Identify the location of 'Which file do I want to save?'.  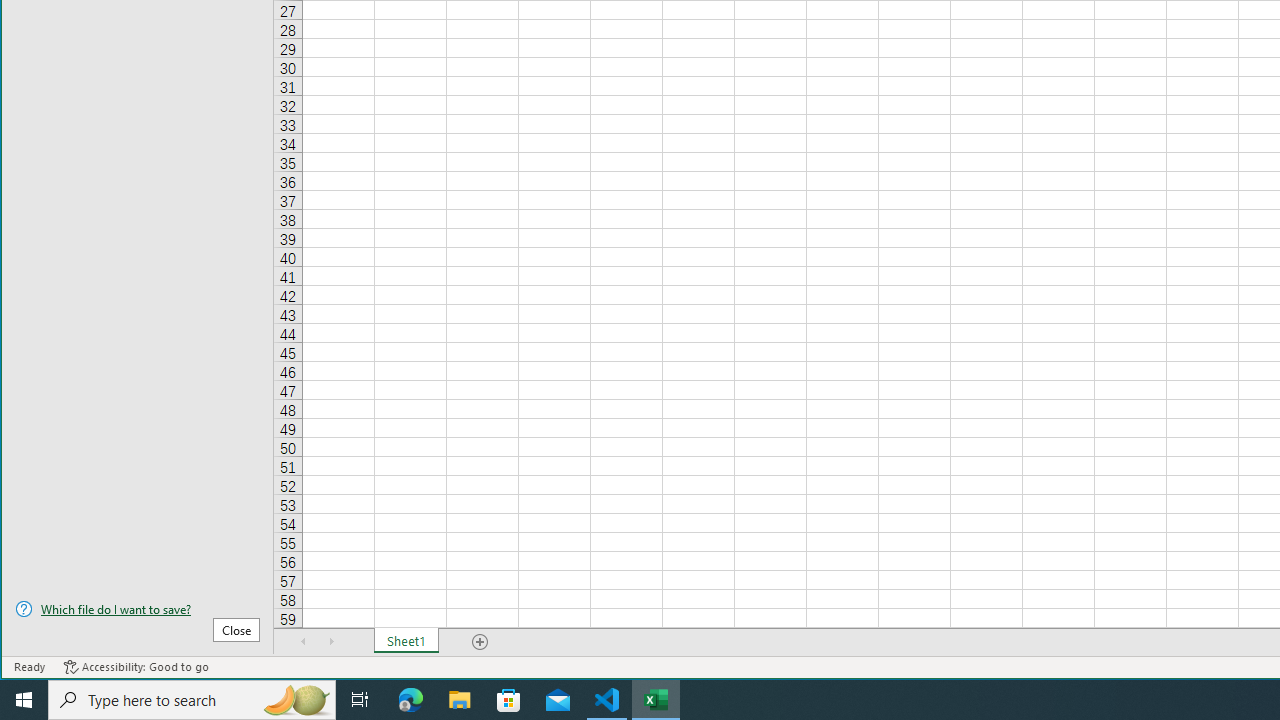
(136, 608).